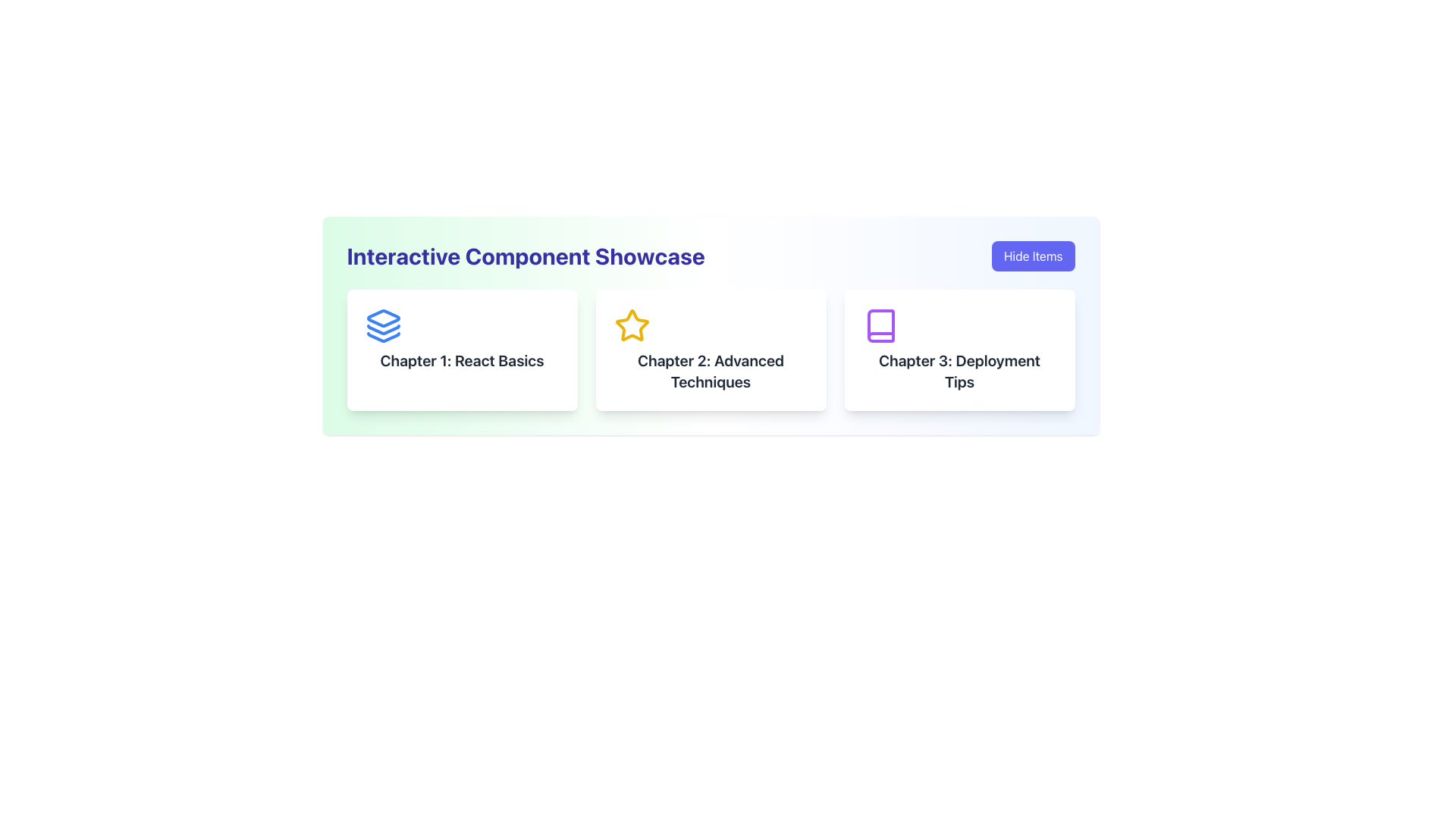 The image size is (1456, 819). What do you see at coordinates (461, 360) in the screenshot?
I see `the text element displaying 'Chapter 1: React Basics', styled with a larger font size and bold weight, located in the first card towards the lower center` at bounding box center [461, 360].